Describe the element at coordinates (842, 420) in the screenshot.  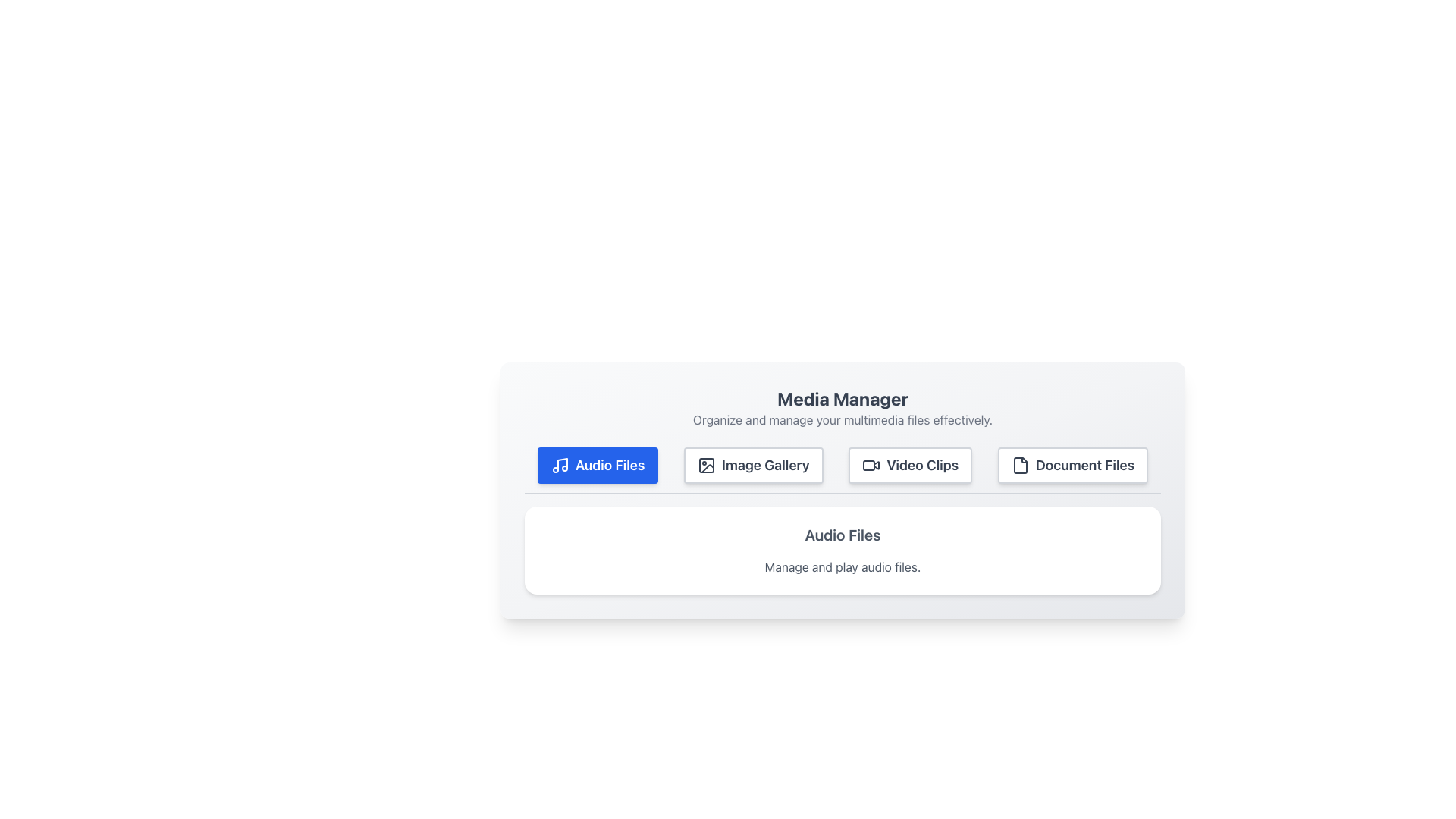
I see `the text label that provides a brief description or tagline for the 'Media Manager' section, located directly beneath the 'Media Manager' text block` at that location.